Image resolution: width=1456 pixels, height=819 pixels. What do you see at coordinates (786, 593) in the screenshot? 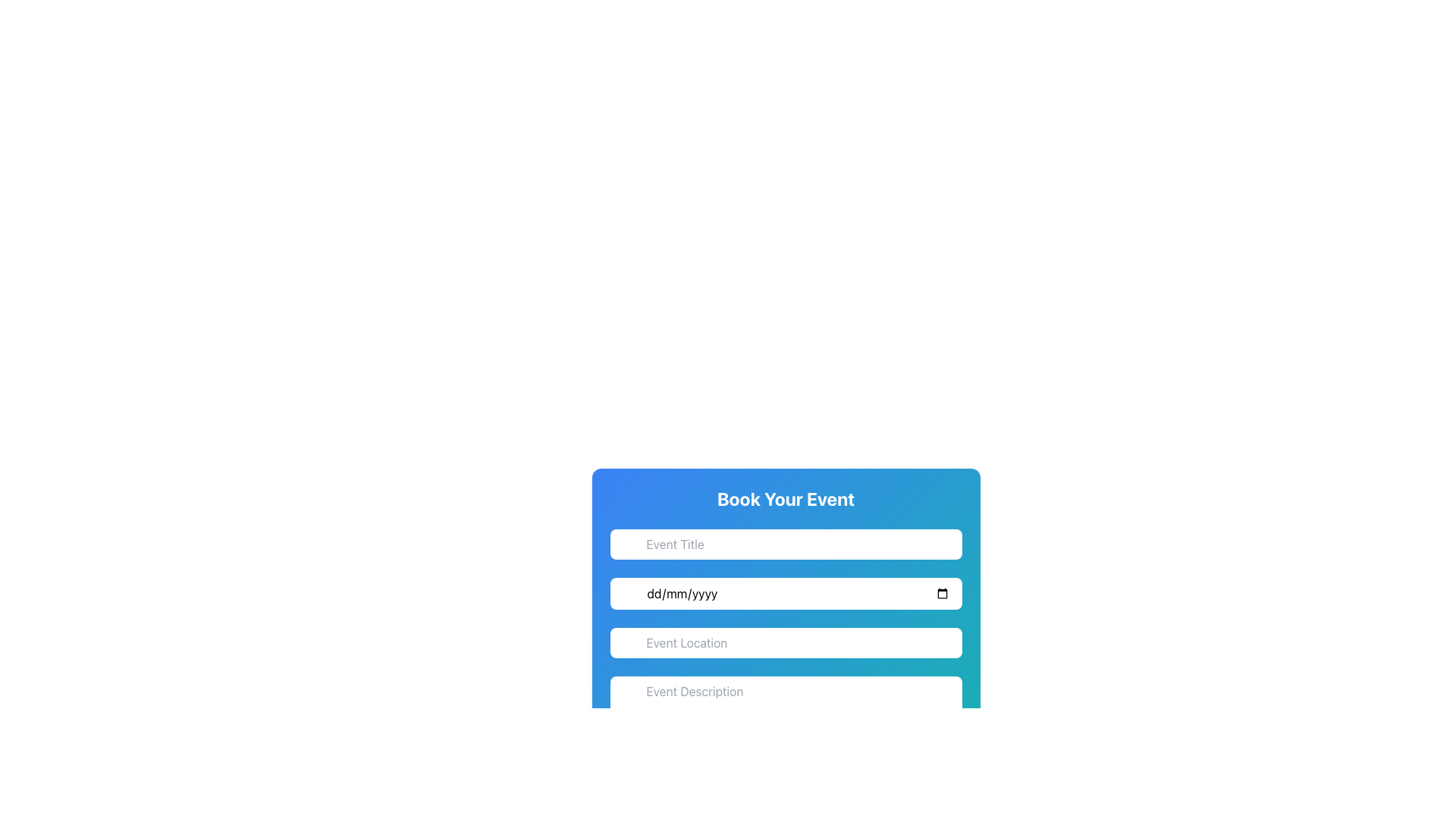
I see `the Date Input Field located below the 'Event Title' input box and above the 'Event Location' input box` at bounding box center [786, 593].